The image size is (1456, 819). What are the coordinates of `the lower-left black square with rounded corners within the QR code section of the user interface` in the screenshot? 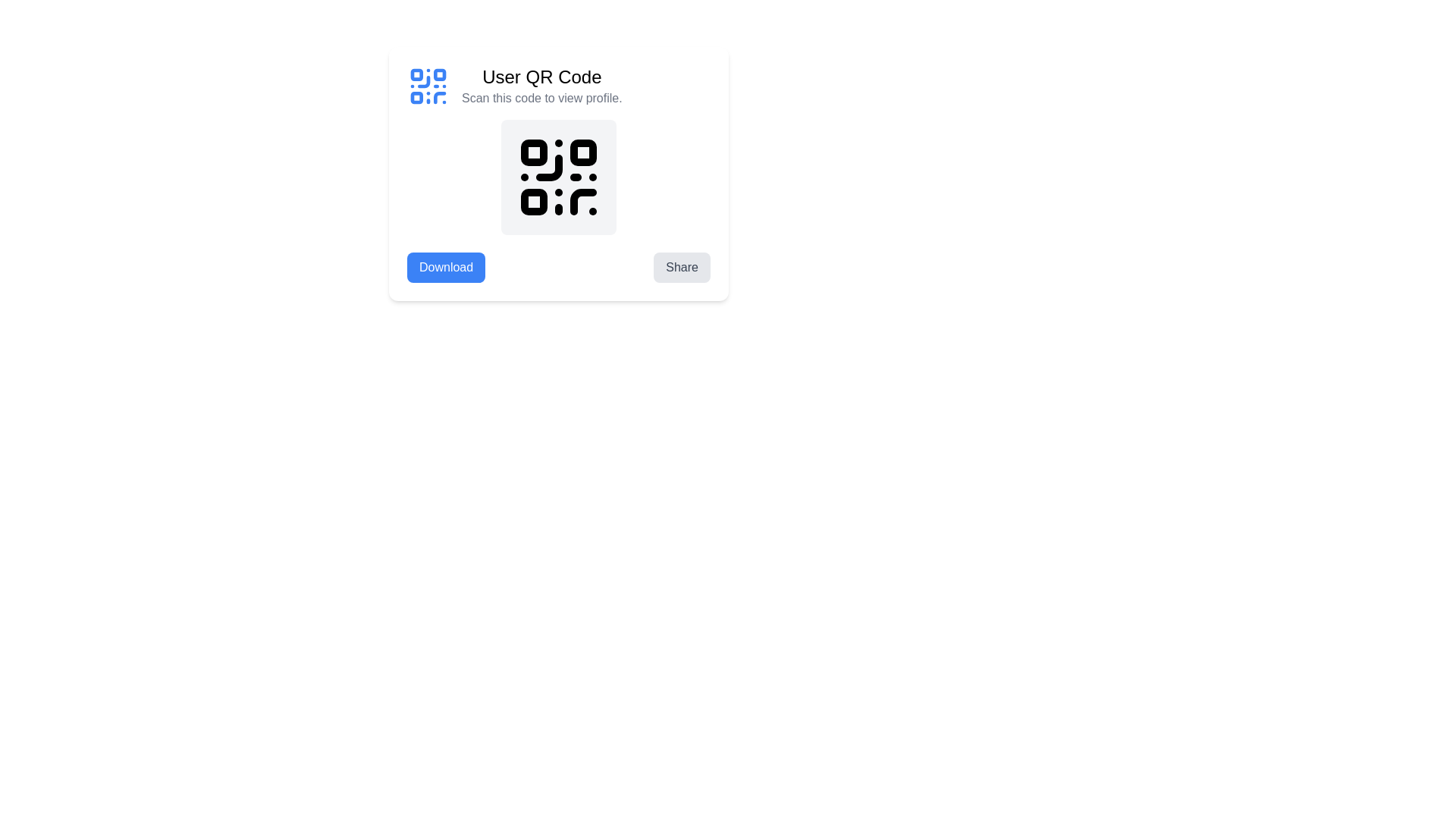 It's located at (534, 201).